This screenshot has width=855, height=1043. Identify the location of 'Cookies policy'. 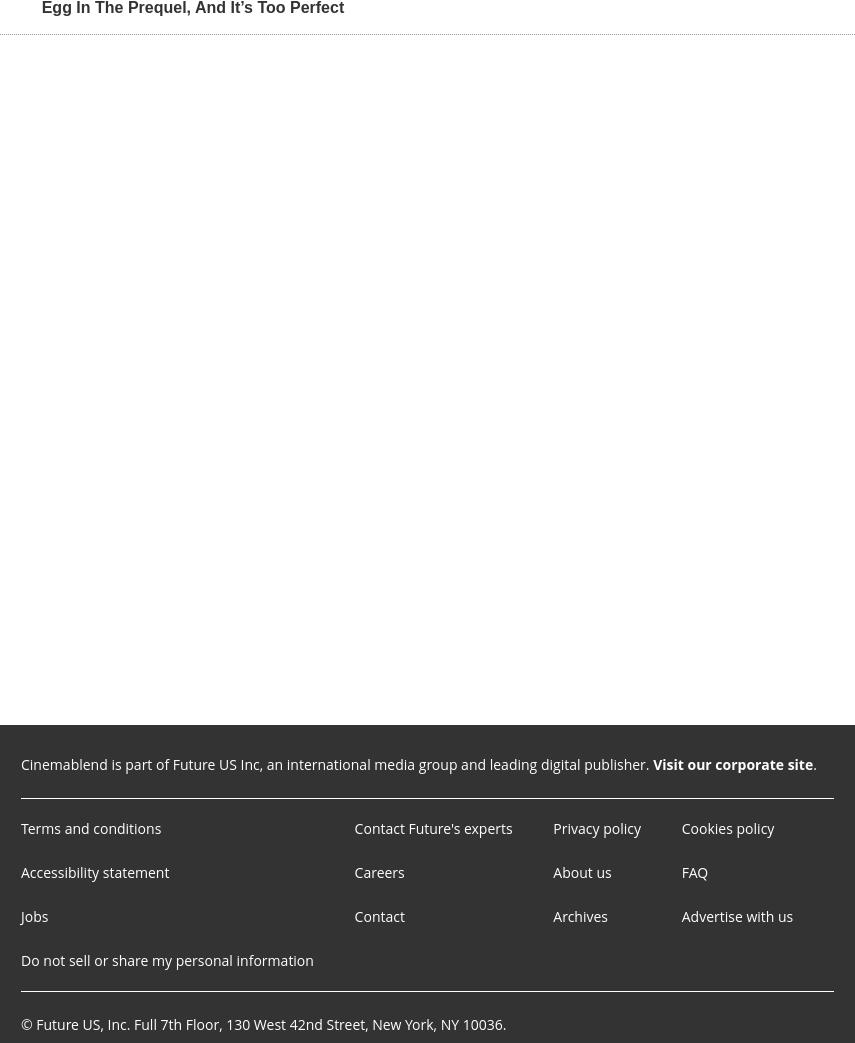
(727, 827).